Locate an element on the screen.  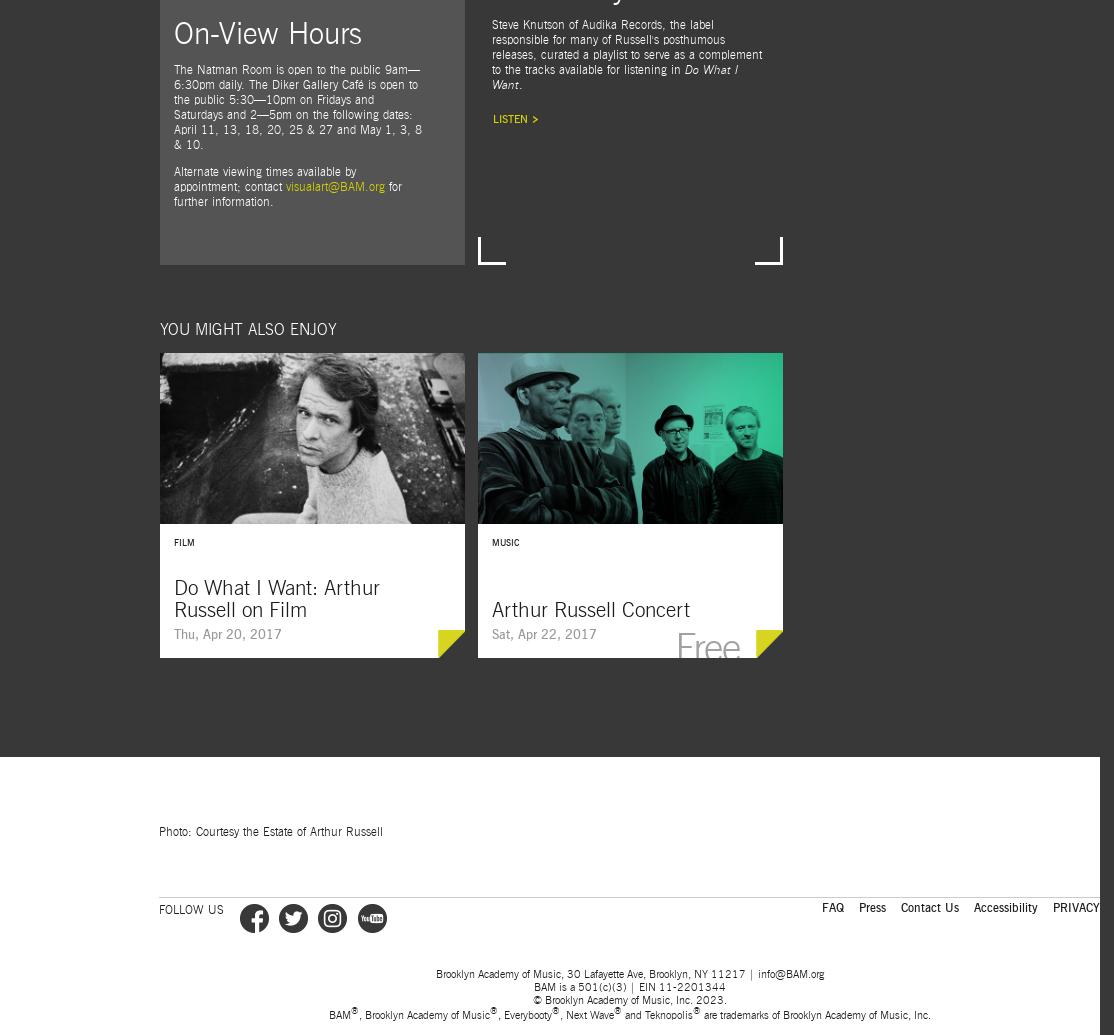
'© Brooklyn Academy of Music, Inc. 2023.' is located at coordinates (628, 999).